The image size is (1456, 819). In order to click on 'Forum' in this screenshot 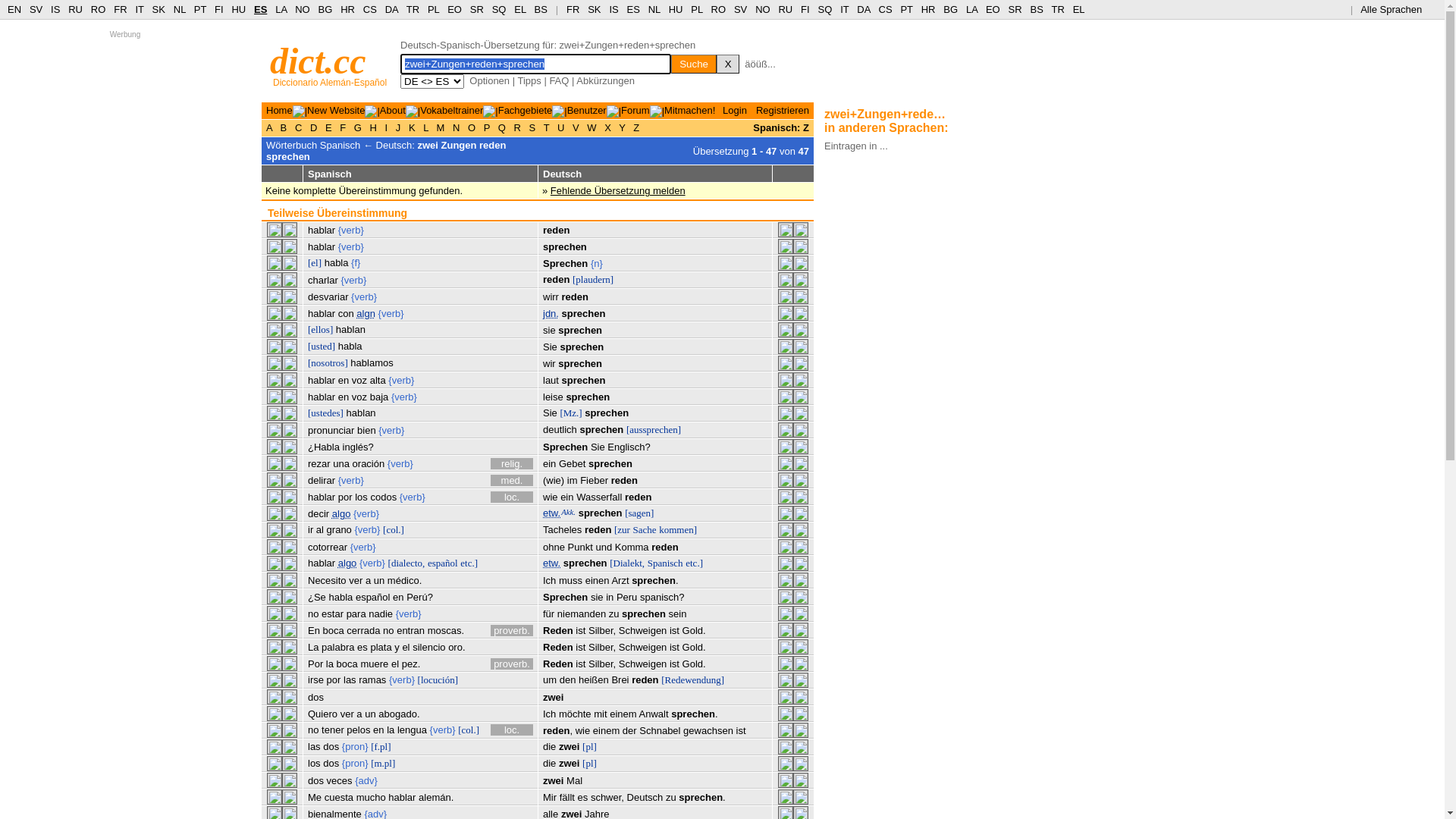, I will do `click(621, 109)`.